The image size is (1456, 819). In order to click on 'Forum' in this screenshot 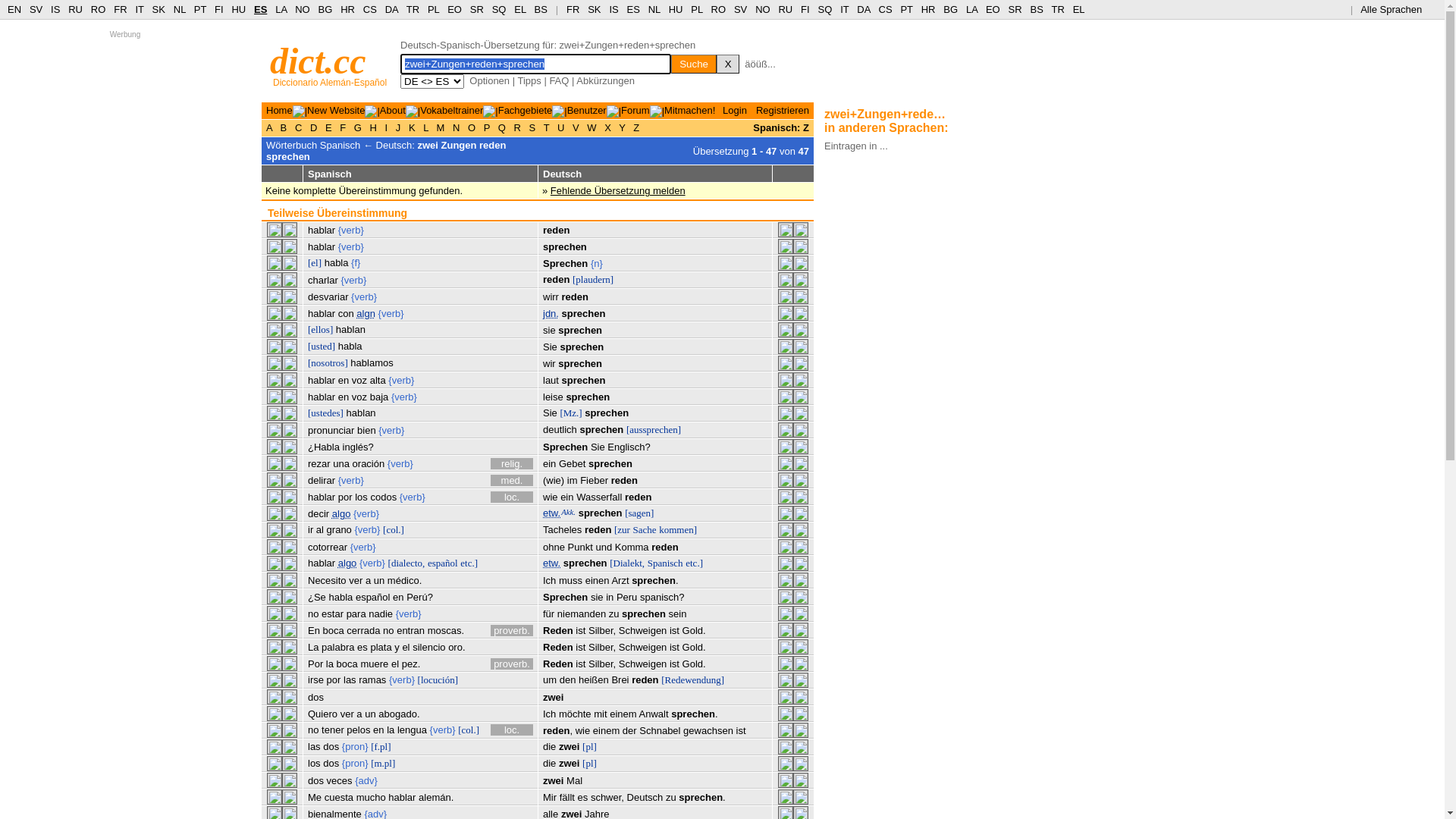, I will do `click(621, 109)`.